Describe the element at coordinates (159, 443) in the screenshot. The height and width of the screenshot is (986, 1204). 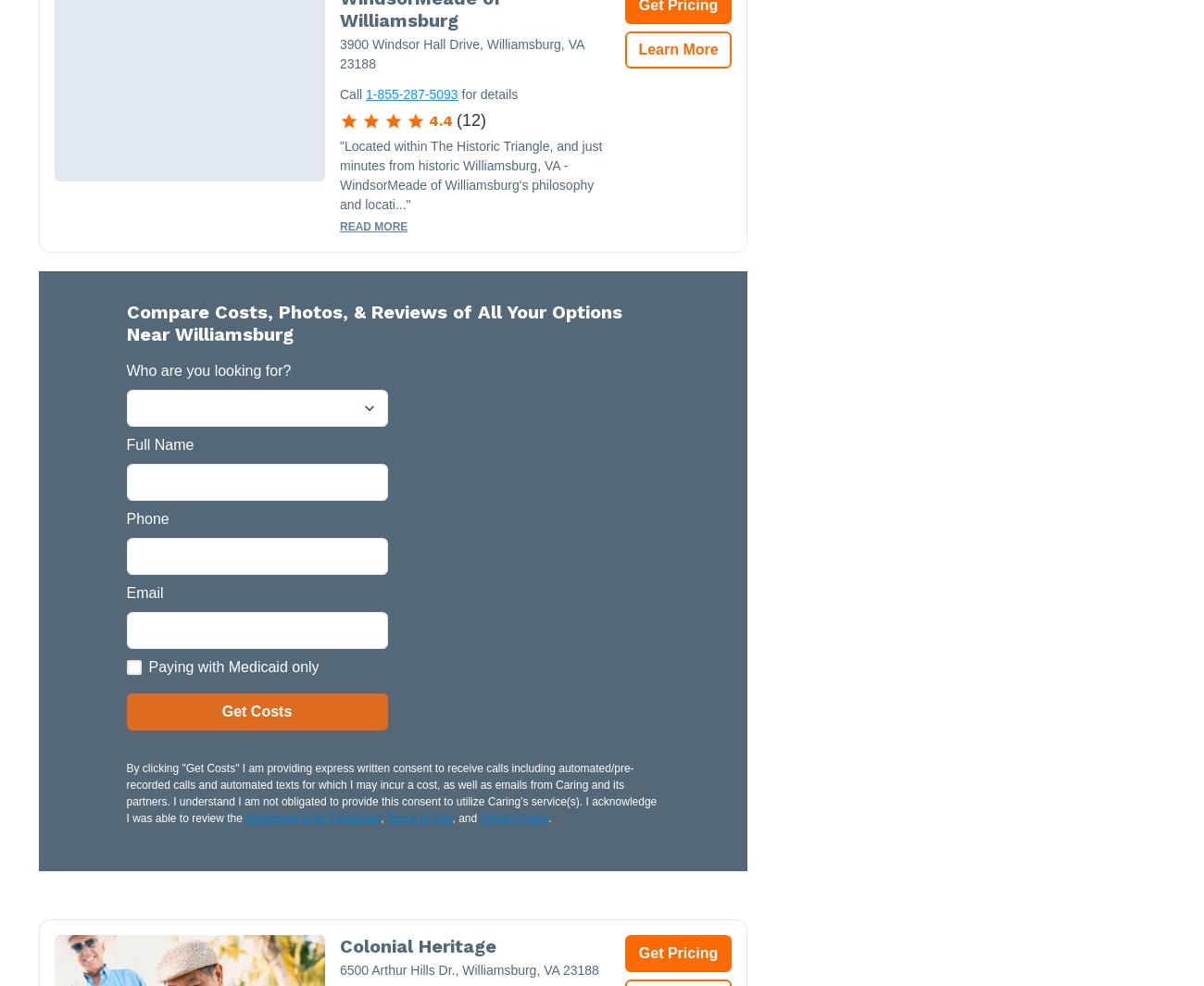
I see `'Full Name'` at that location.